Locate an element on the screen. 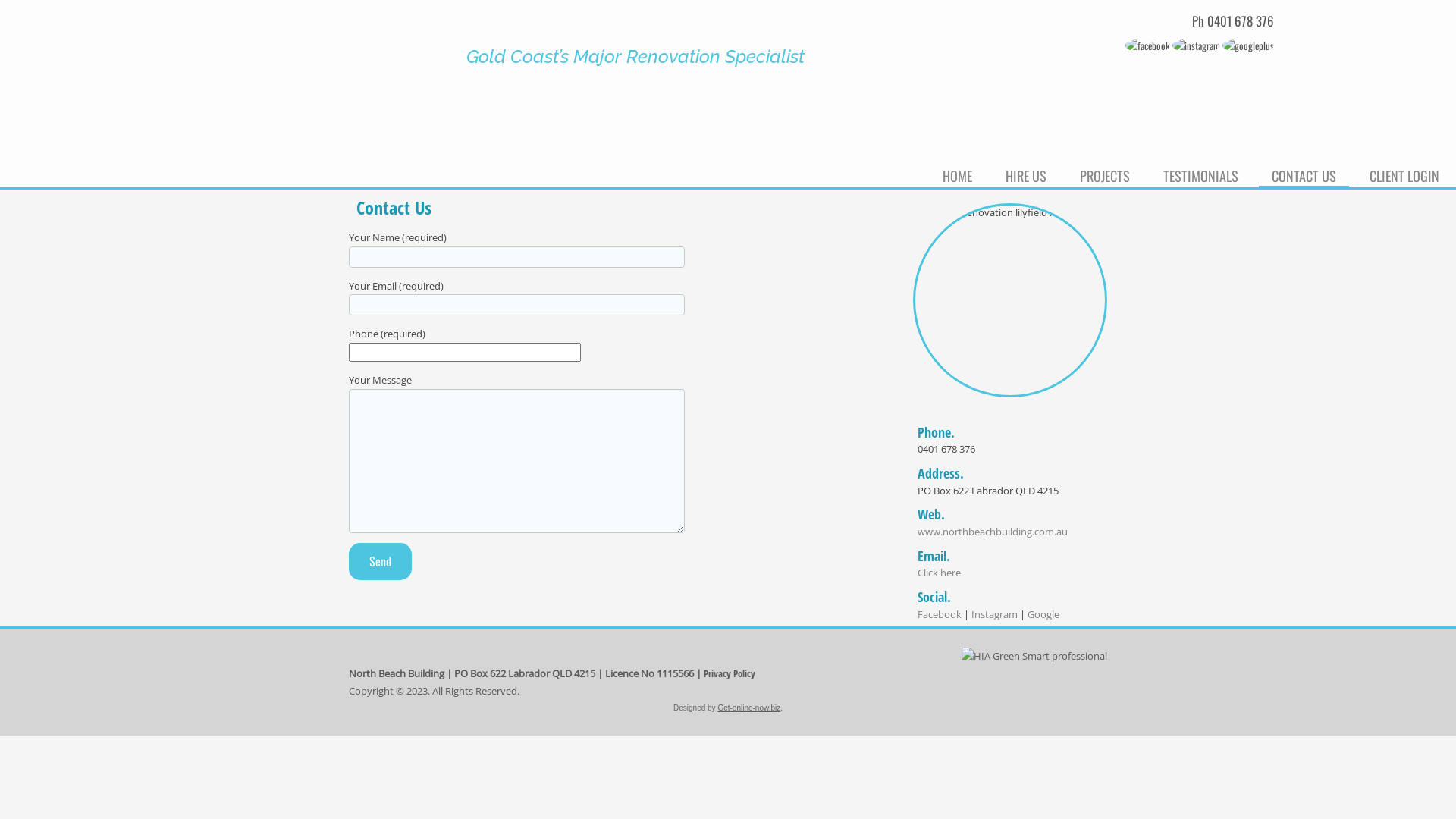 This screenshot has width=1456, height=819. 'HIRE US' is located at coordinates (1026, 172).